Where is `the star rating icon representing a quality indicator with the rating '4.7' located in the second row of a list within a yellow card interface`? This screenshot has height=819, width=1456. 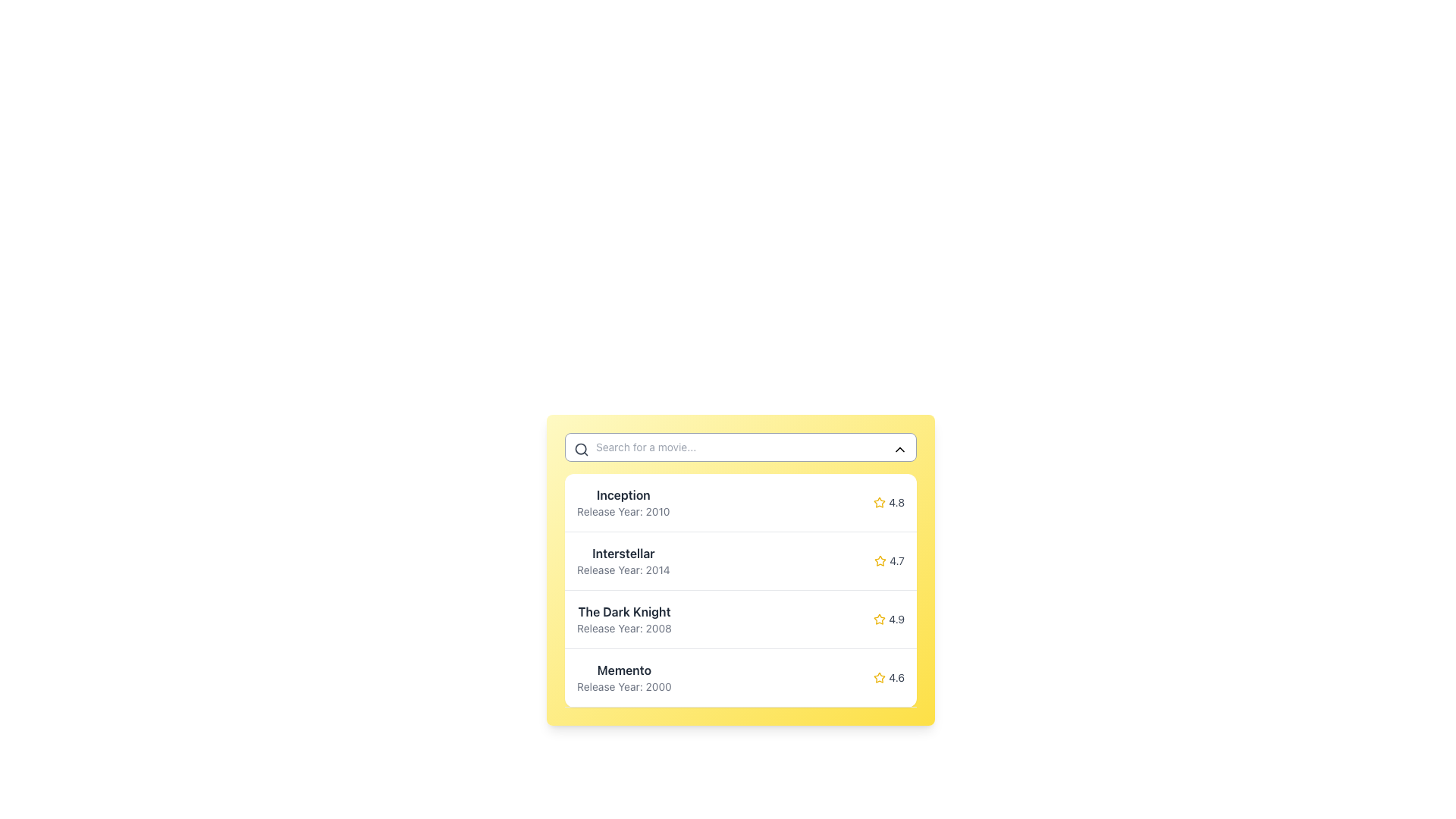
the star rating icon representing a quality indicator with the rating '4.7' located in the second row of a list within a yellow card interface is located at coordinates (880, 561).